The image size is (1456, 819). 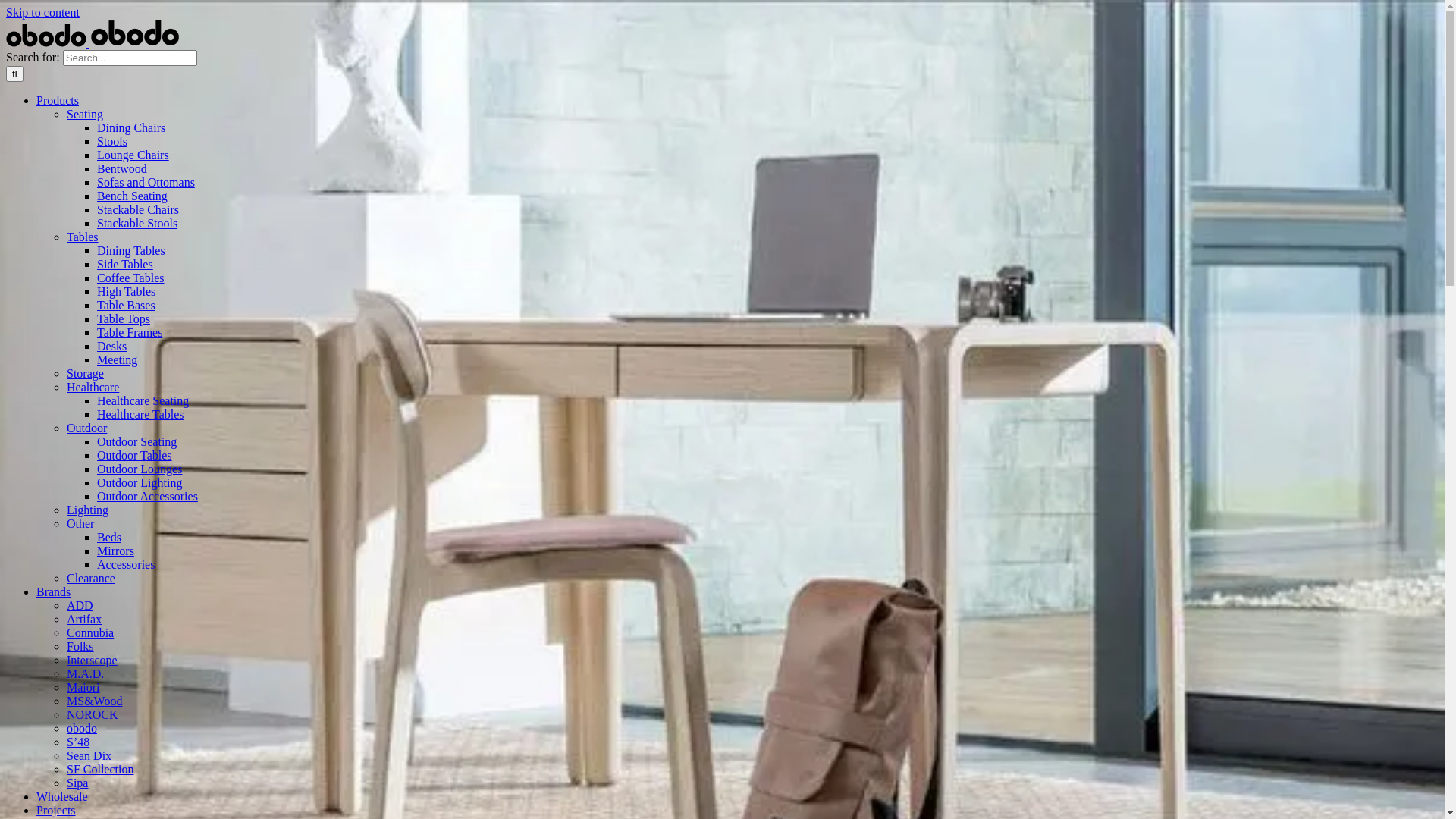 What do you see at coordinates (90, 578) in the screenshot?
I see `'Clearance'` at bounding box center [90, 578].